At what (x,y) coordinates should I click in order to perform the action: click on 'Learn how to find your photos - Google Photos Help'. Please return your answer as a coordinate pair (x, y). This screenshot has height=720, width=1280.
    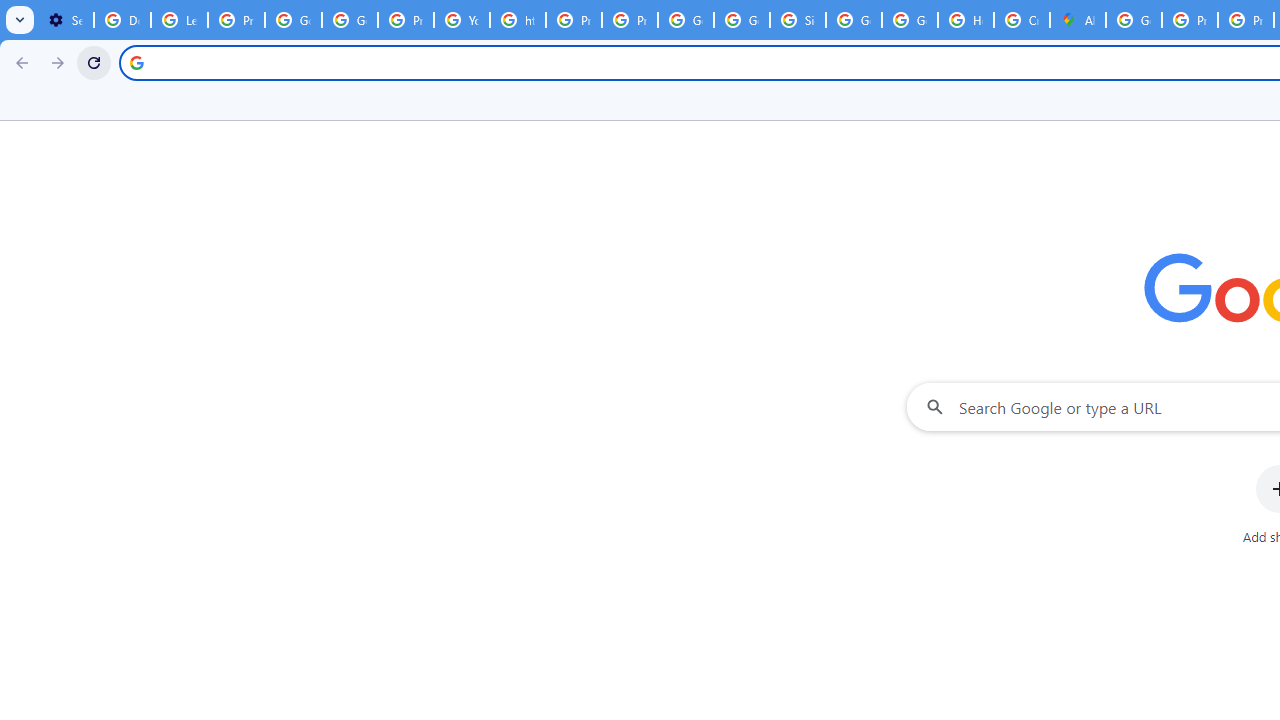
    Looking at the image, I should click on (179, 20).